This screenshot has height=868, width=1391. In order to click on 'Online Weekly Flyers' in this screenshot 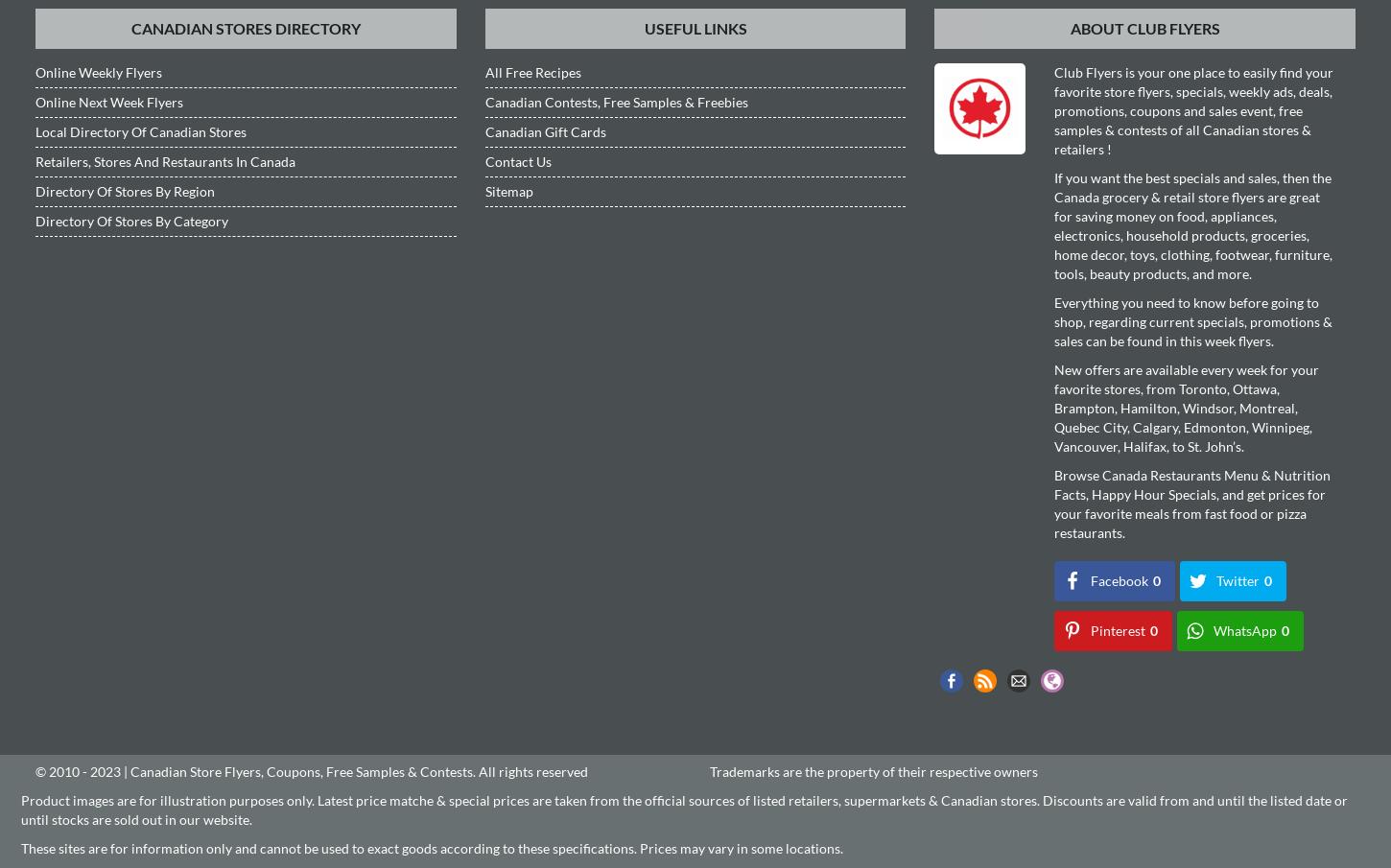, I will do `click(98, 71)`.